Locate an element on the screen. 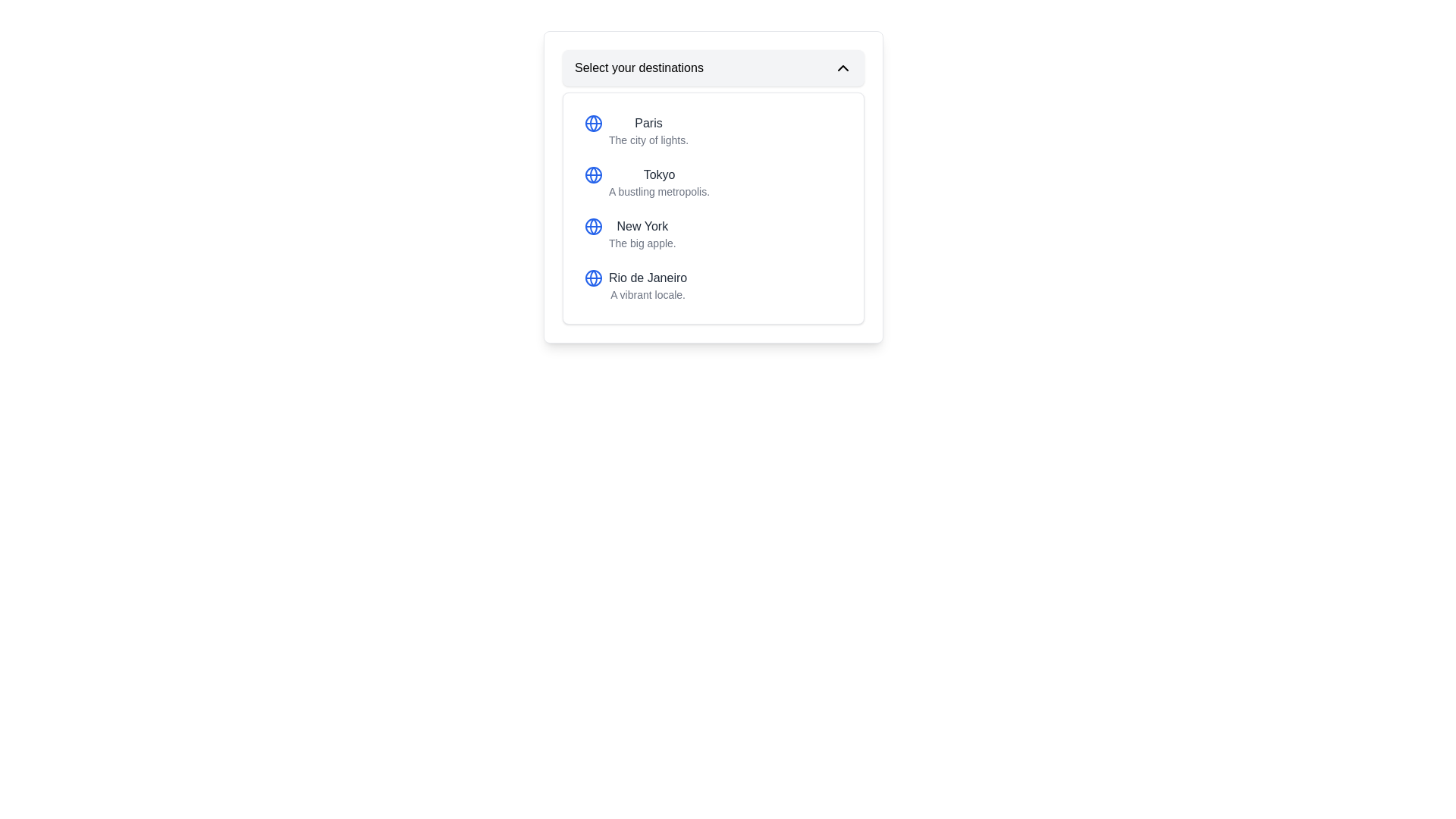 The image size is (1456, 819). the SVG circle representing 'New York' by selecting the associated item indirectly is located at coordinates (592, 227).